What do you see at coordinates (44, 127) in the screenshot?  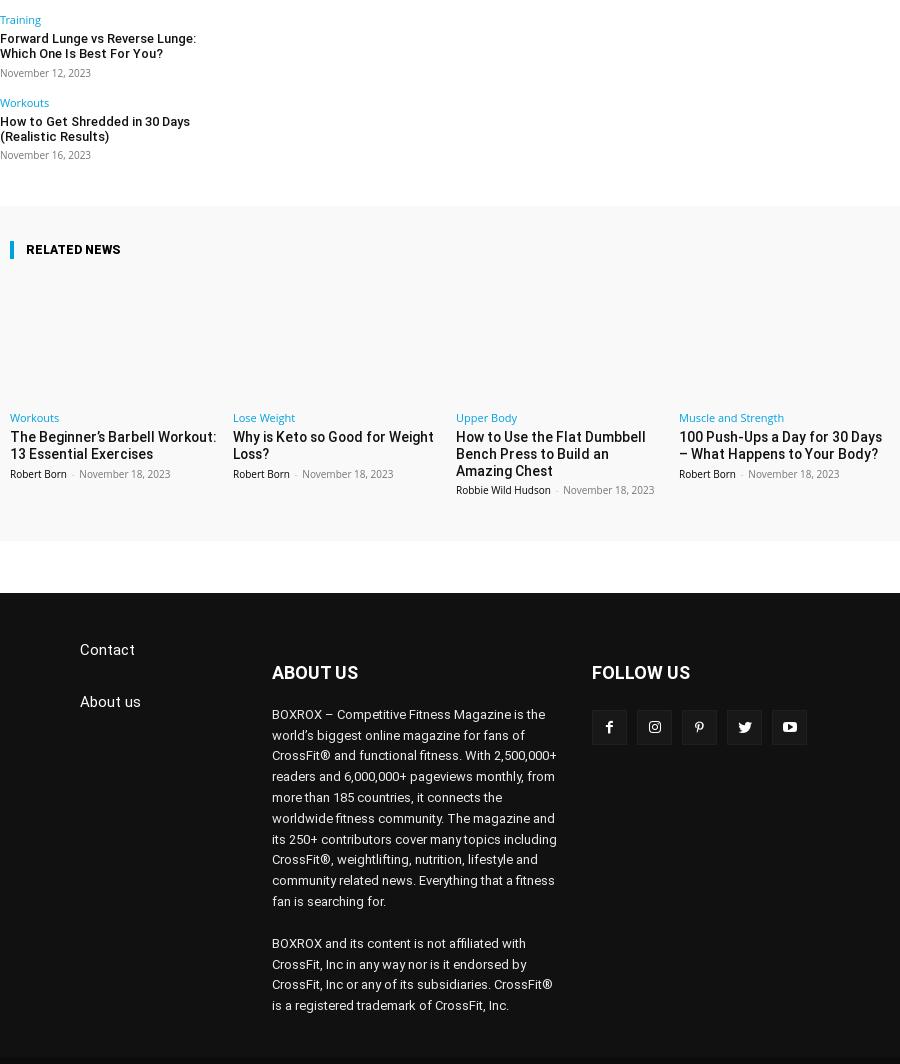 I see `'November 16, 2023'` at bounding box center [44, 127].